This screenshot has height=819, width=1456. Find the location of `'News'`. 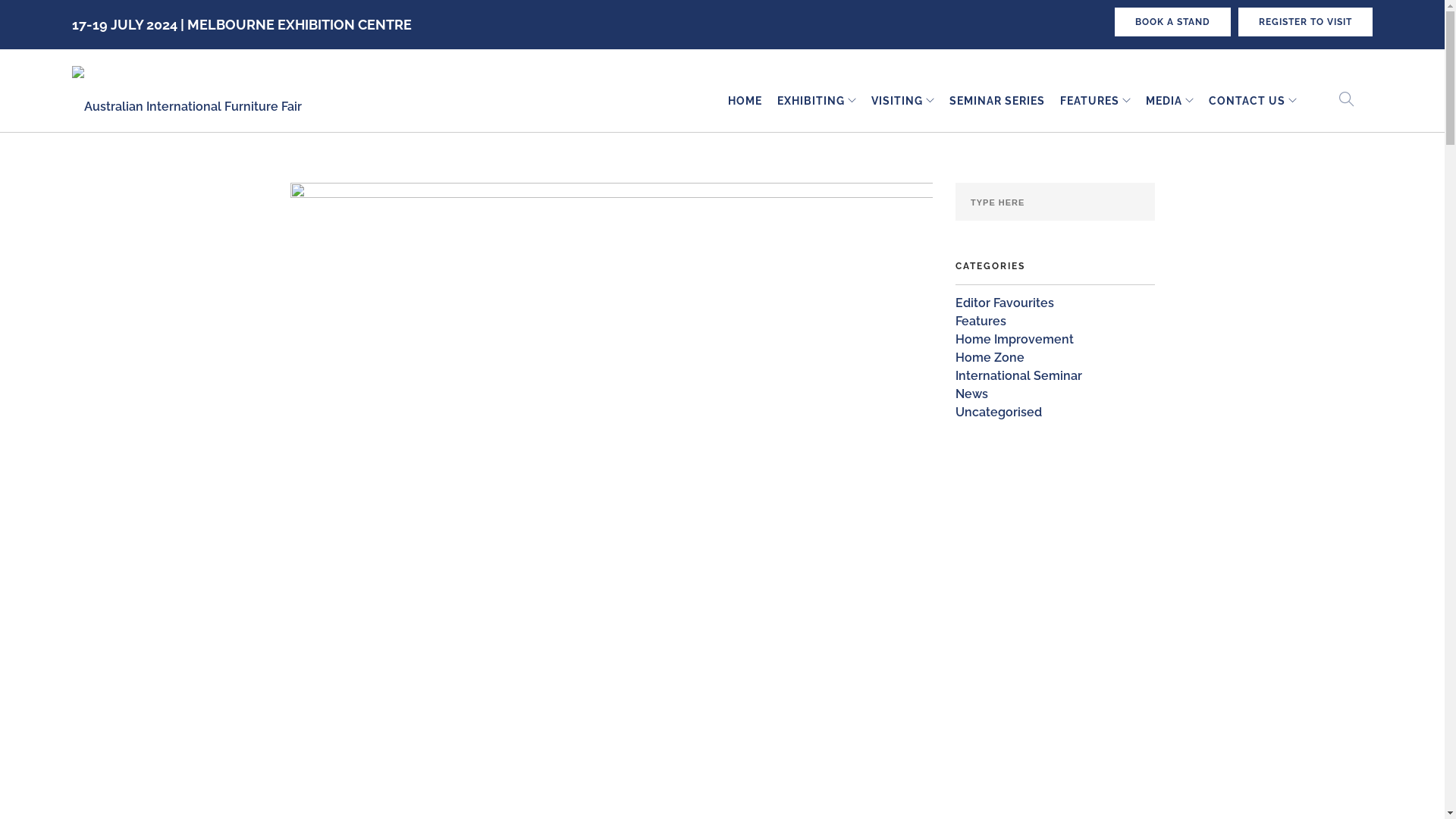

'News' is located at coordinates (971, 393).